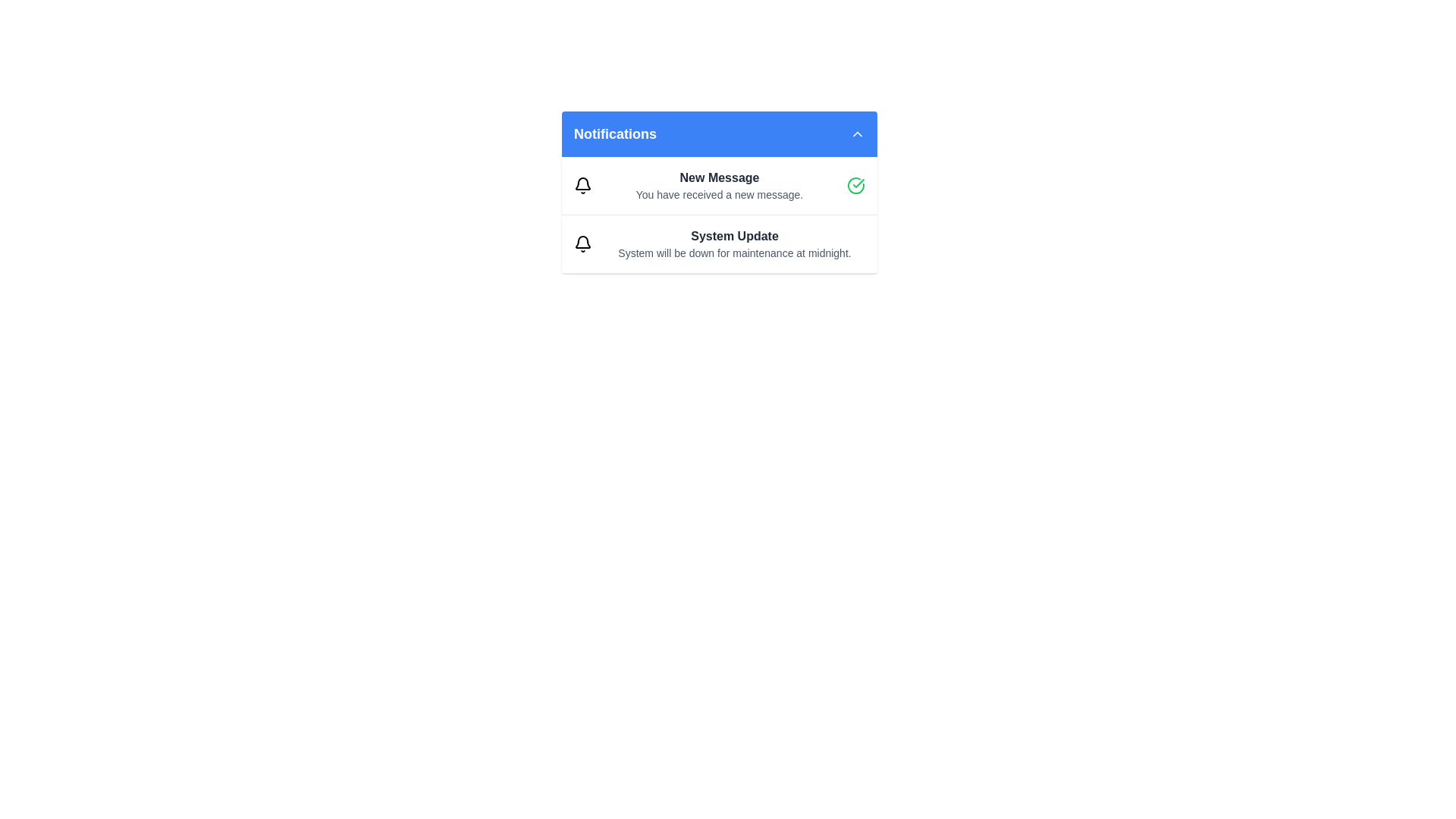 The image size is (1456, 819). I want to click on the status indication of the circular icon with a green outline and a checkmark symbol, which is located next to the 'New Message' notification text in the notification dropdown, so click(855, 185).